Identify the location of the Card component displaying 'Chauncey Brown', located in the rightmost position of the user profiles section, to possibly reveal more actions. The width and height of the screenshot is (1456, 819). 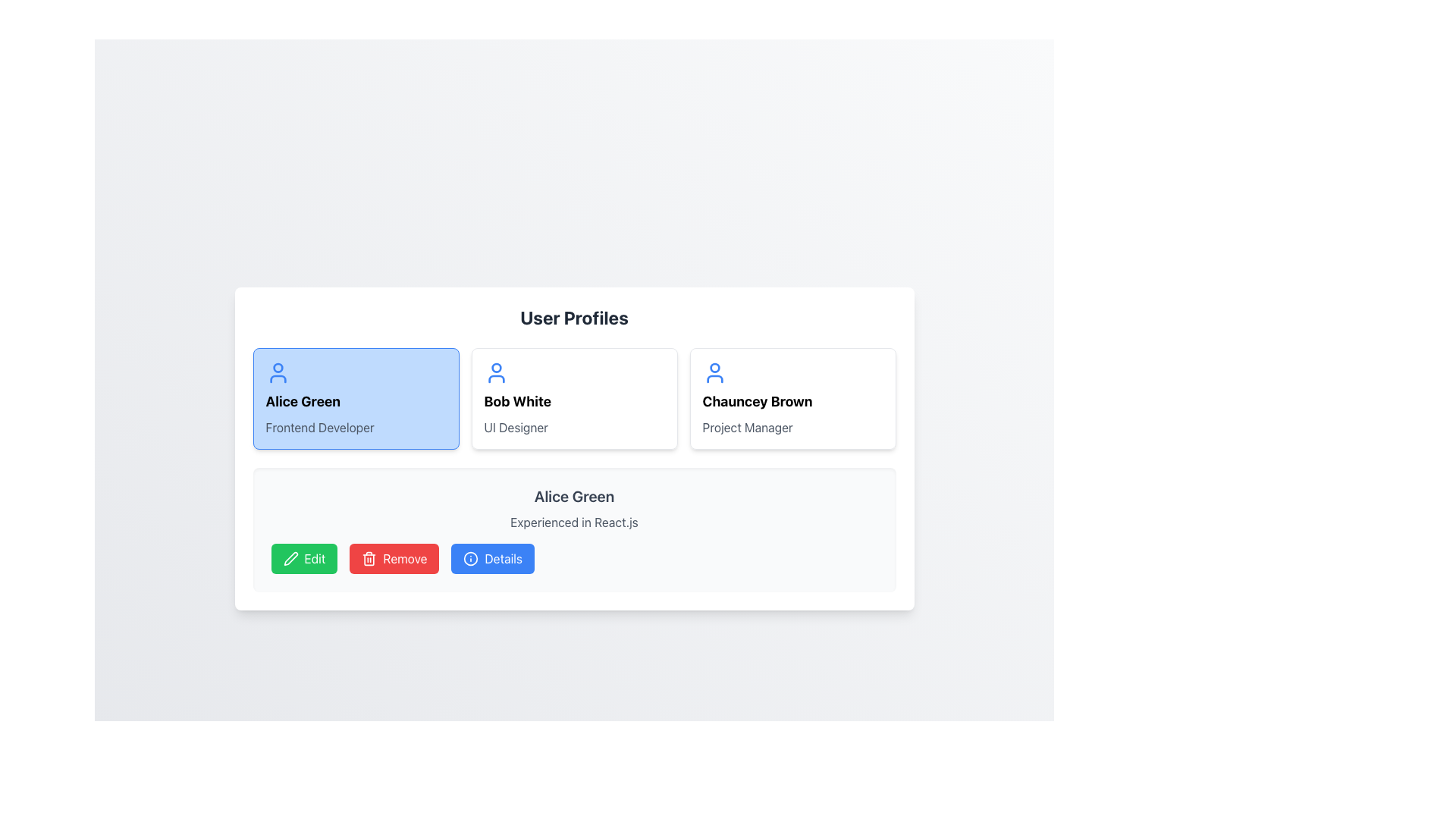
(792, 397).